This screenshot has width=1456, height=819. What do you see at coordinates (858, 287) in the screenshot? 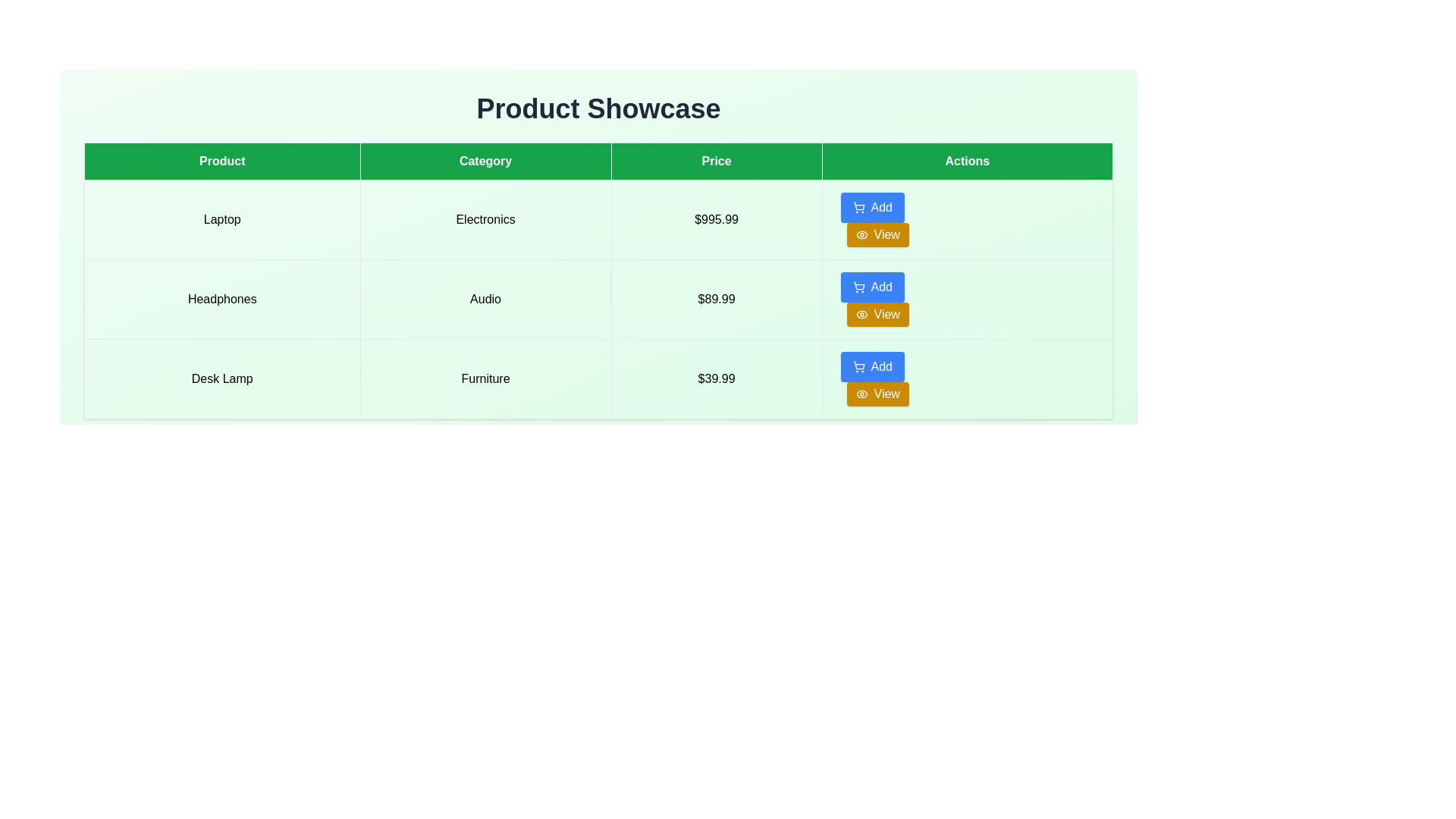
I see `the cart icon located at the leftmost part of the 'Add' button in the second row of the 'Product Showcase' table` at bounding box center [858, 287].